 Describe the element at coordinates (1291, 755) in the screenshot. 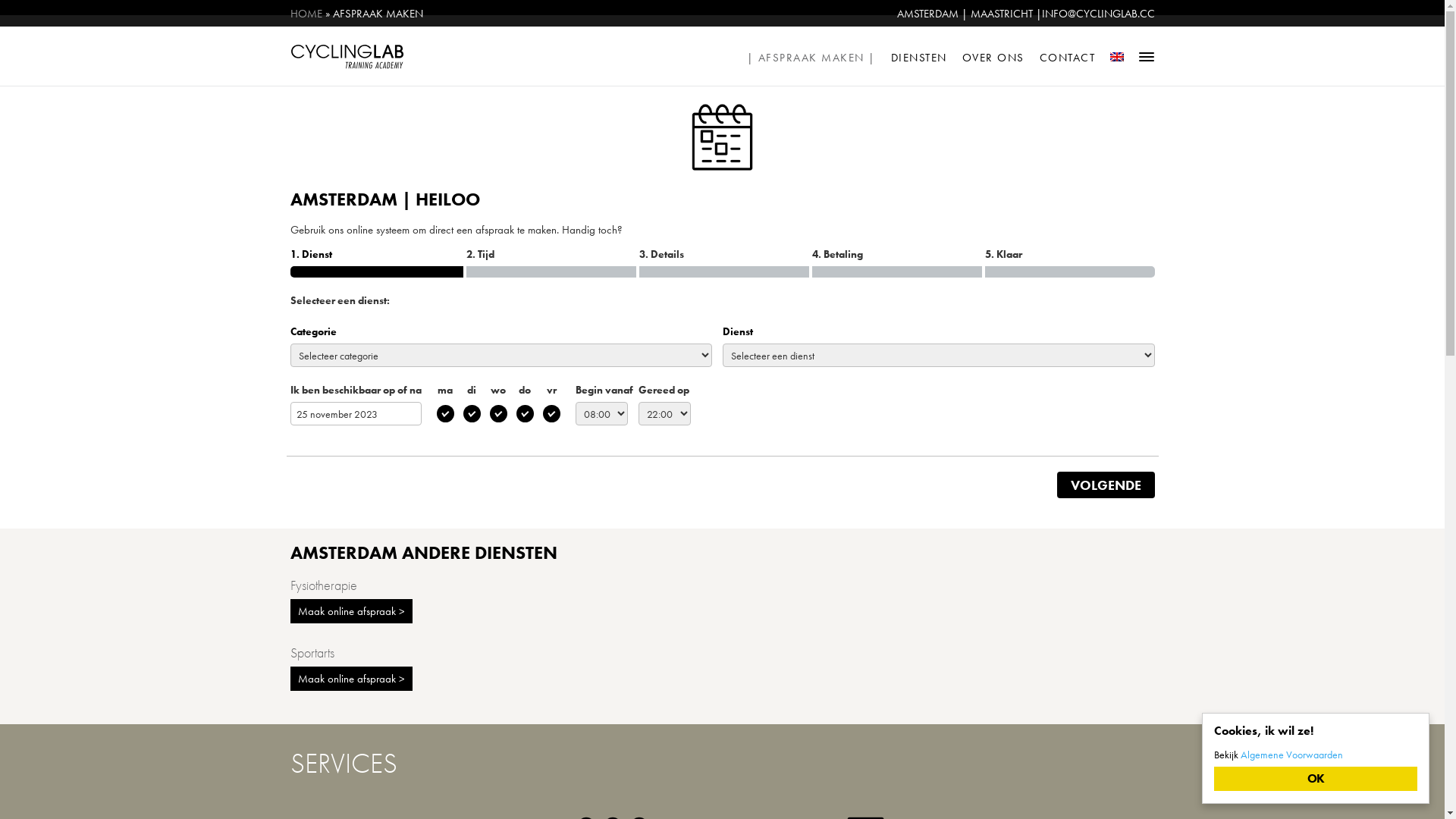

I see `'Algemene Voorwaarden'` at that location.